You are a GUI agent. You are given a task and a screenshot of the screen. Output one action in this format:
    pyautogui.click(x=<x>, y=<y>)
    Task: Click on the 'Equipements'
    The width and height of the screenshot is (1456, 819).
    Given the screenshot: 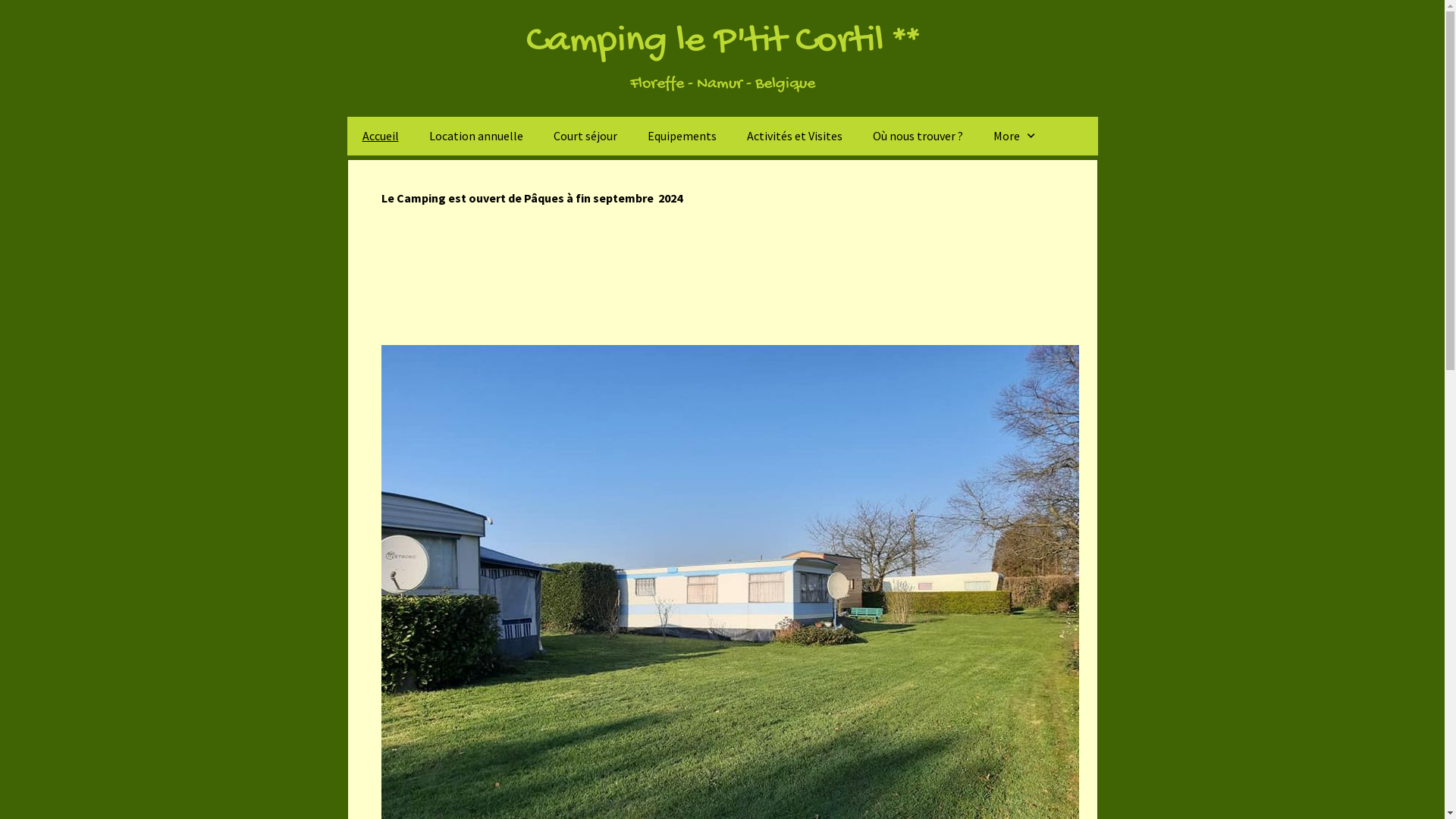 What is the action you would take?
    pyautogui.click(x=681, y=135)
    